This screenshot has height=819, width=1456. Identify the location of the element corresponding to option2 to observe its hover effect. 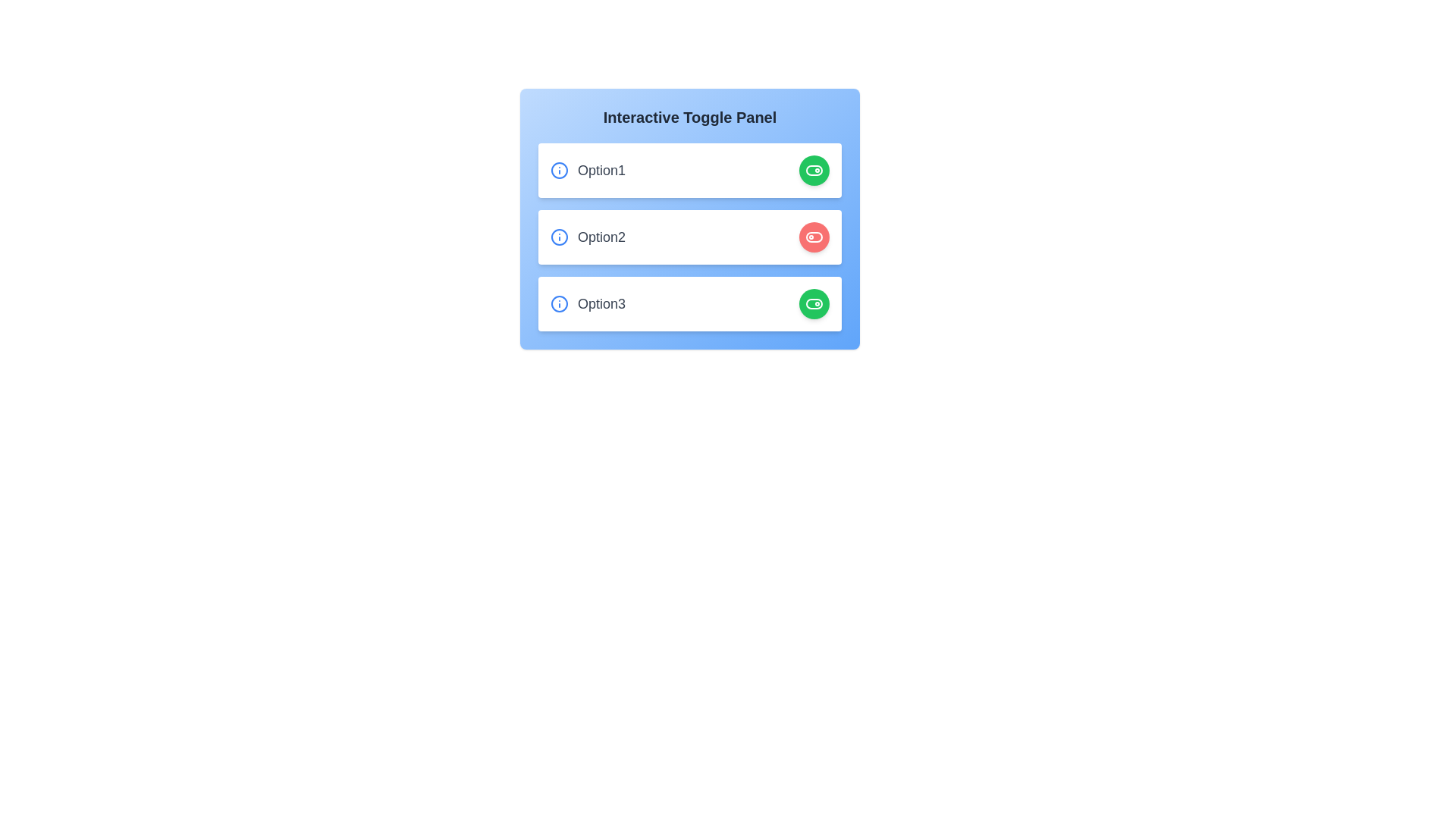
(689, 237).